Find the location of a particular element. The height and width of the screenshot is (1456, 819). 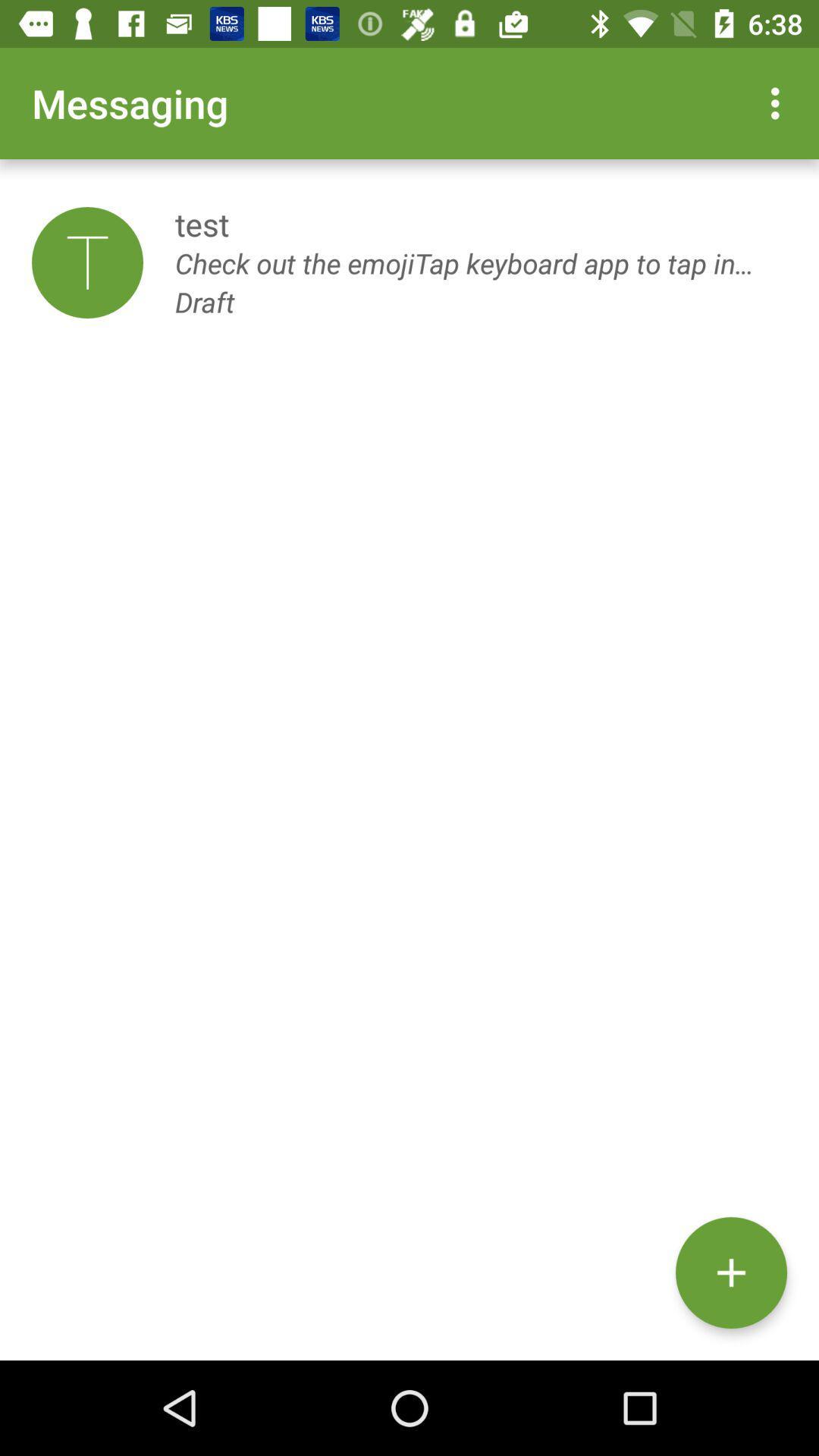

the item next to the test item is located at coordinates (87, 262).